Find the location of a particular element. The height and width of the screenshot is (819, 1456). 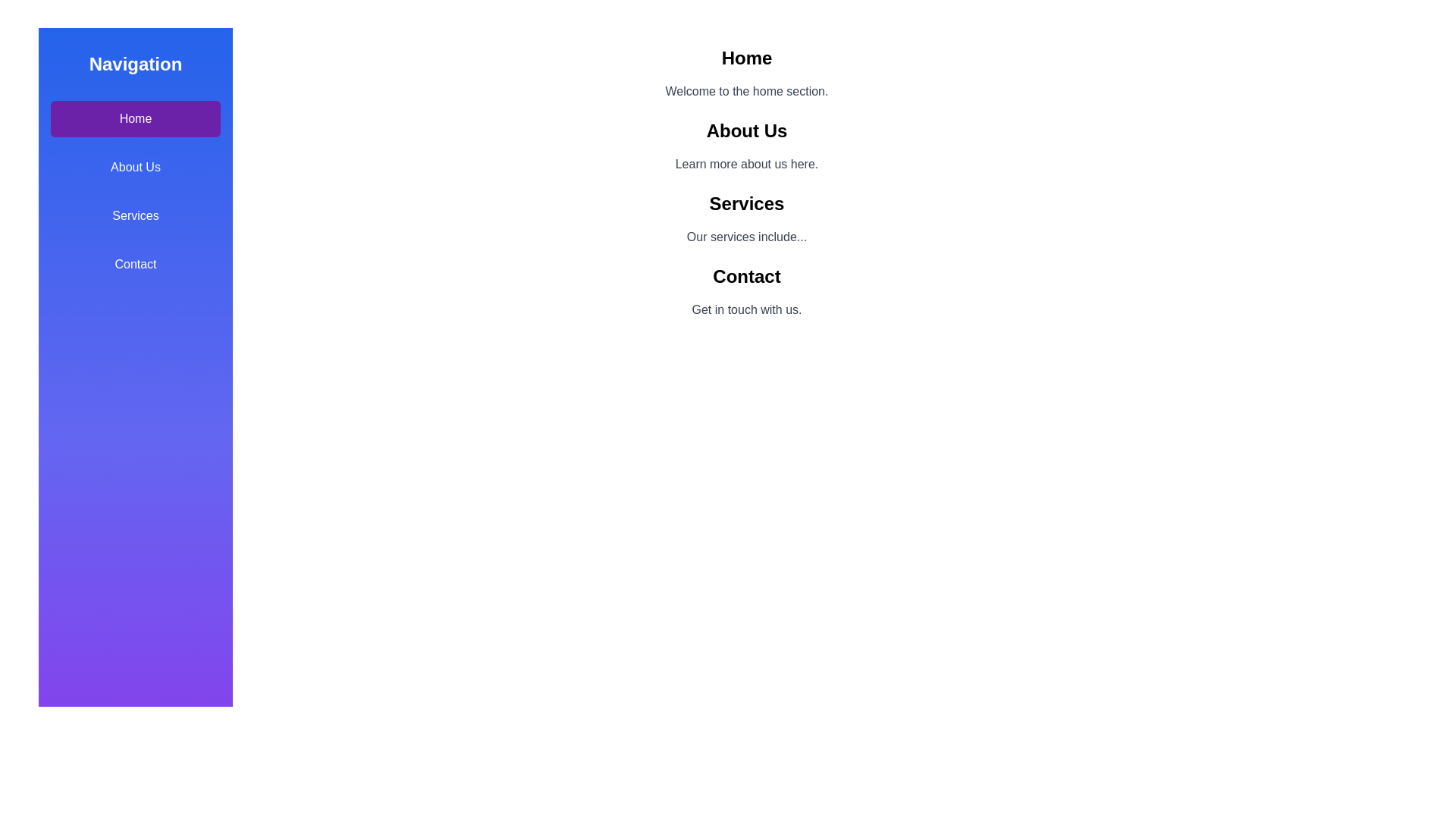

the static text element that says 'Get in touch with us.' located in the 'Contact' section, positioned below the header 'Contact' is located at coordinates (746, 309).